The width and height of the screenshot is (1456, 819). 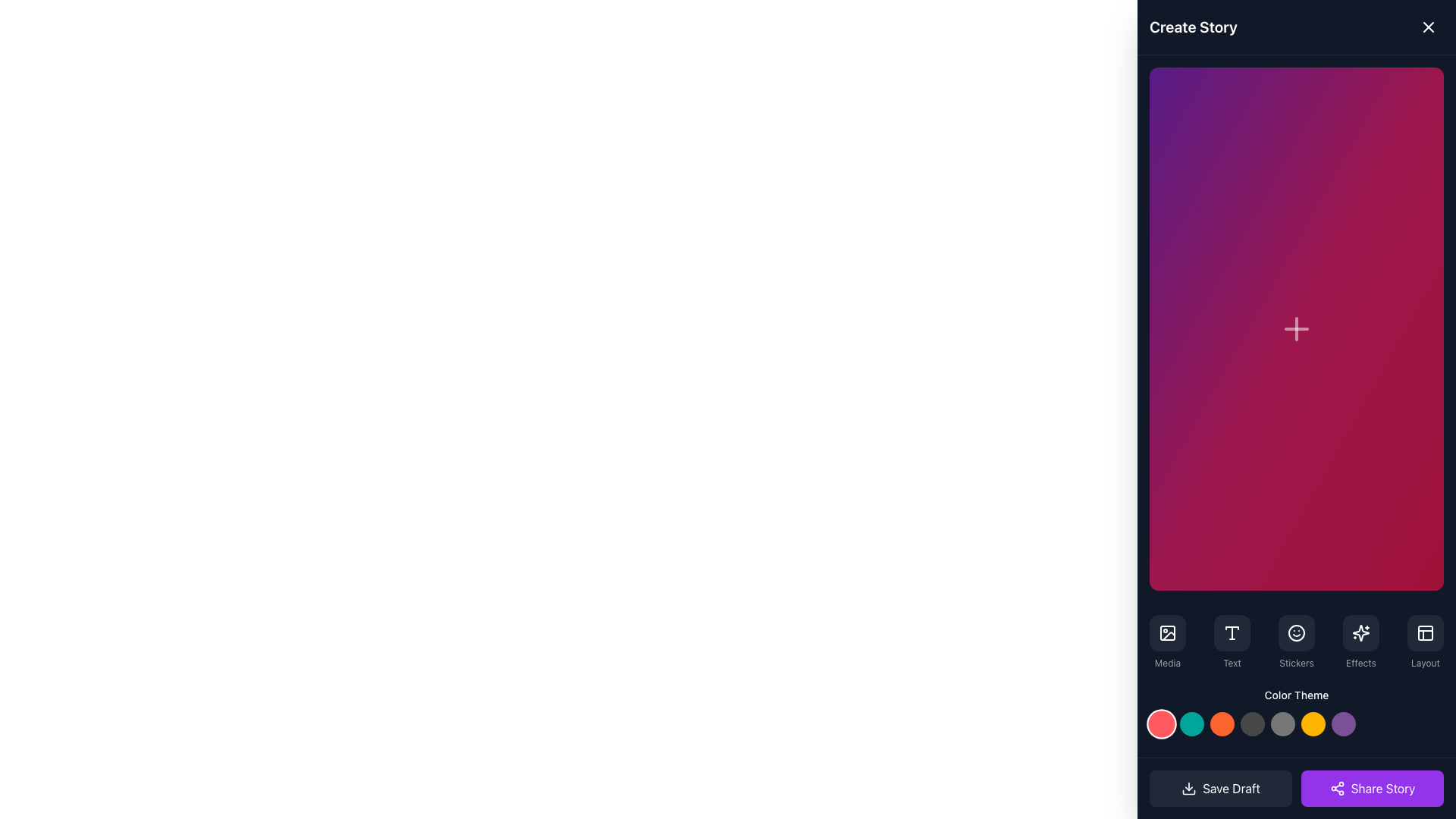 I want to click on the 'Layout' button in the bottom right corner of the interface, so click(x=1425, y=641).